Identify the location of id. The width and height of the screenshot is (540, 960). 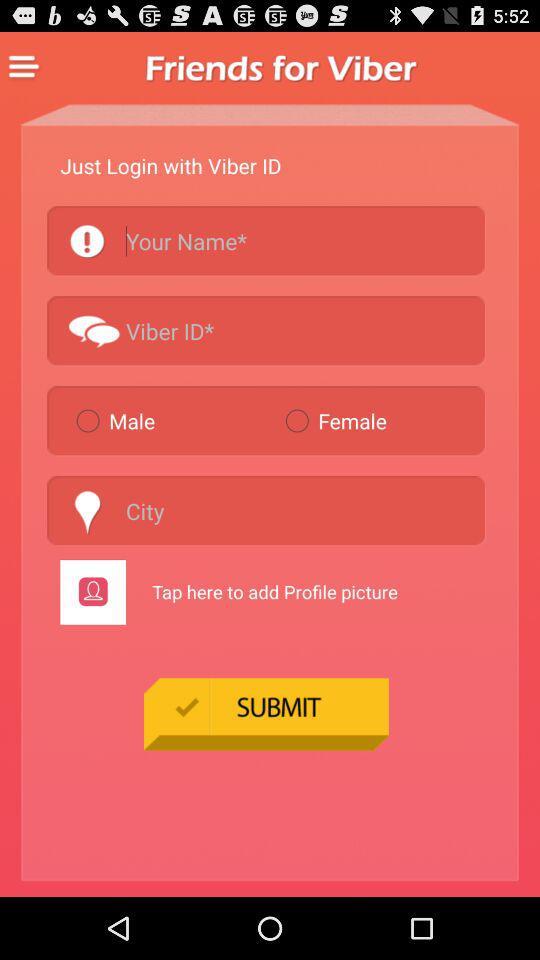
(266, 330).